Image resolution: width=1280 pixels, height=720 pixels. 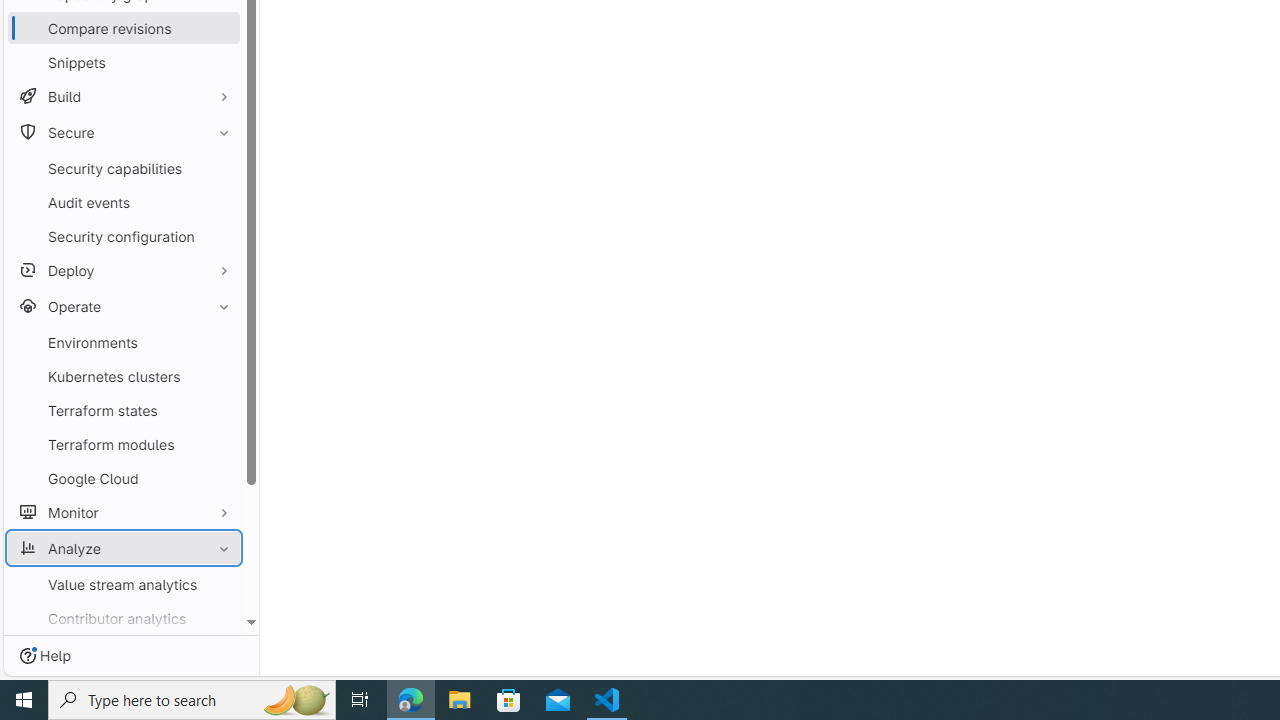 What do you see at coordinates (123, 548) in the screenshot?
I see `'Analyze'` at bounding box center [123, 548].